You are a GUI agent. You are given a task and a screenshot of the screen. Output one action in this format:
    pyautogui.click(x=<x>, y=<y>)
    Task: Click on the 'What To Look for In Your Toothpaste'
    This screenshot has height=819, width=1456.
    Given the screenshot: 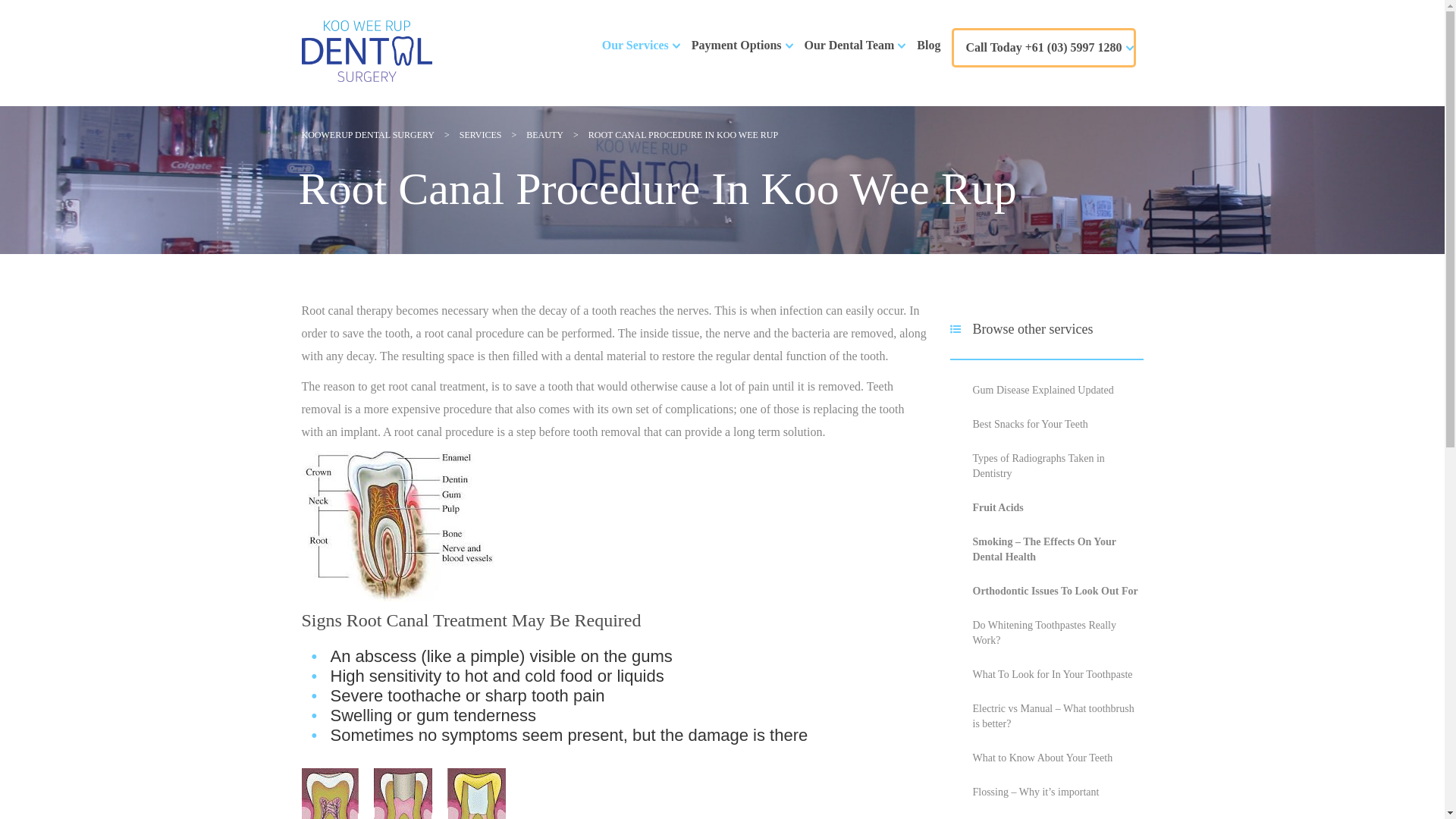 What is the action you would take?
    pyautogui.click(x=1051, y=673)
    